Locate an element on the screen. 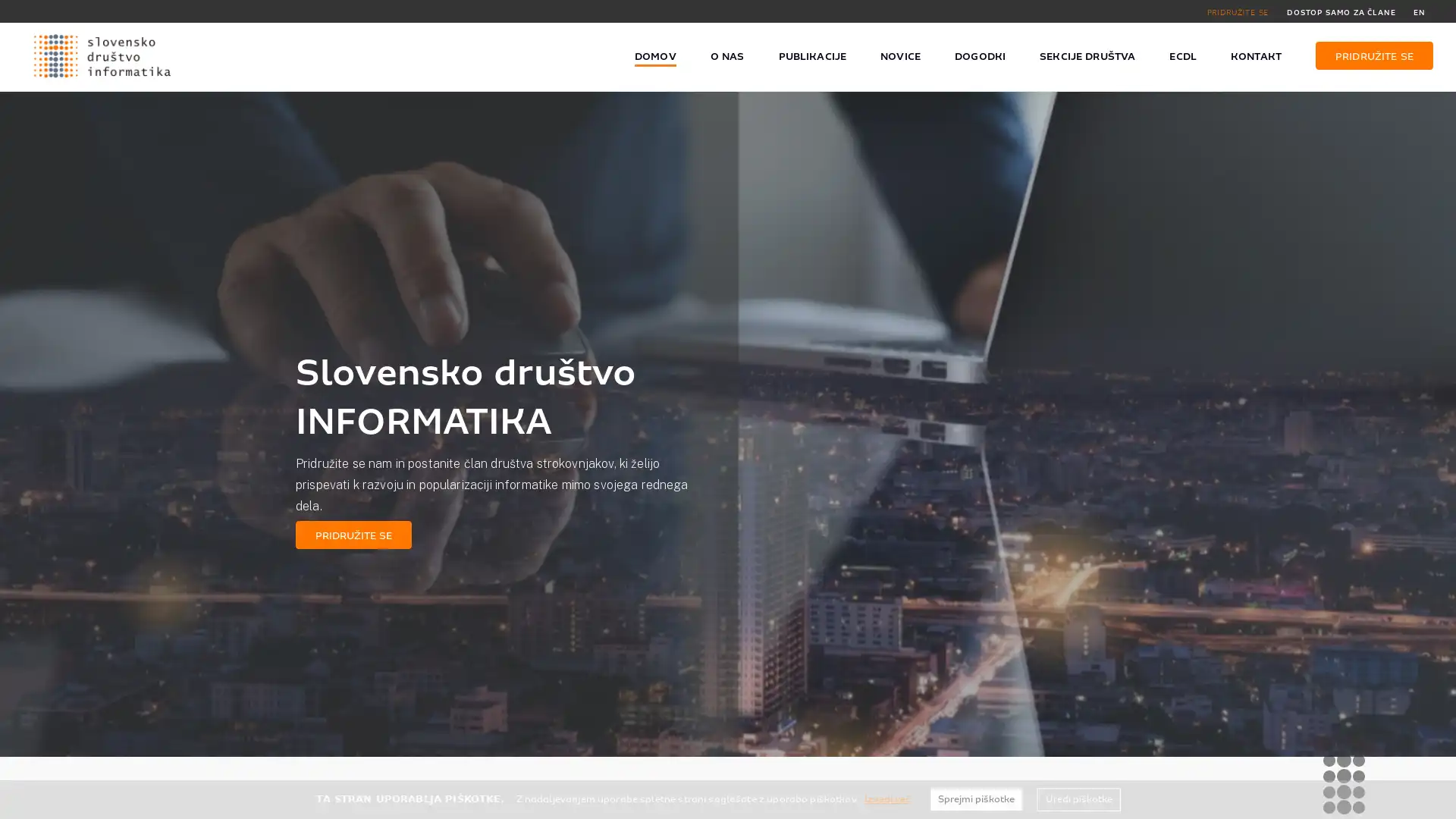  PRIDRUZITE SE is located at coordinates (353, 534).